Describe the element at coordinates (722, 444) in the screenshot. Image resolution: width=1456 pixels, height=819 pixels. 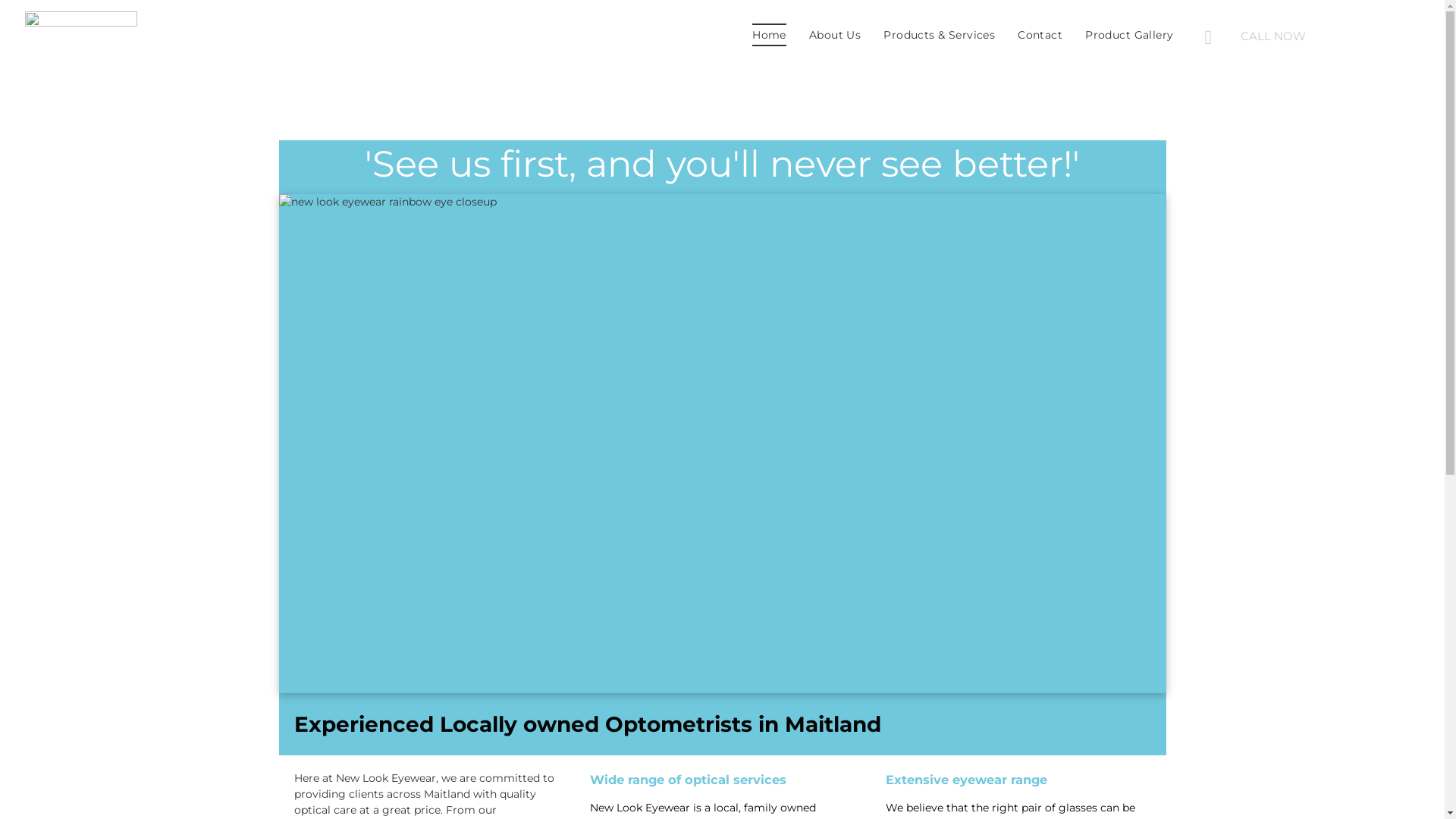
I see `'new look eyewear rainbow eye closeup'` at that location.